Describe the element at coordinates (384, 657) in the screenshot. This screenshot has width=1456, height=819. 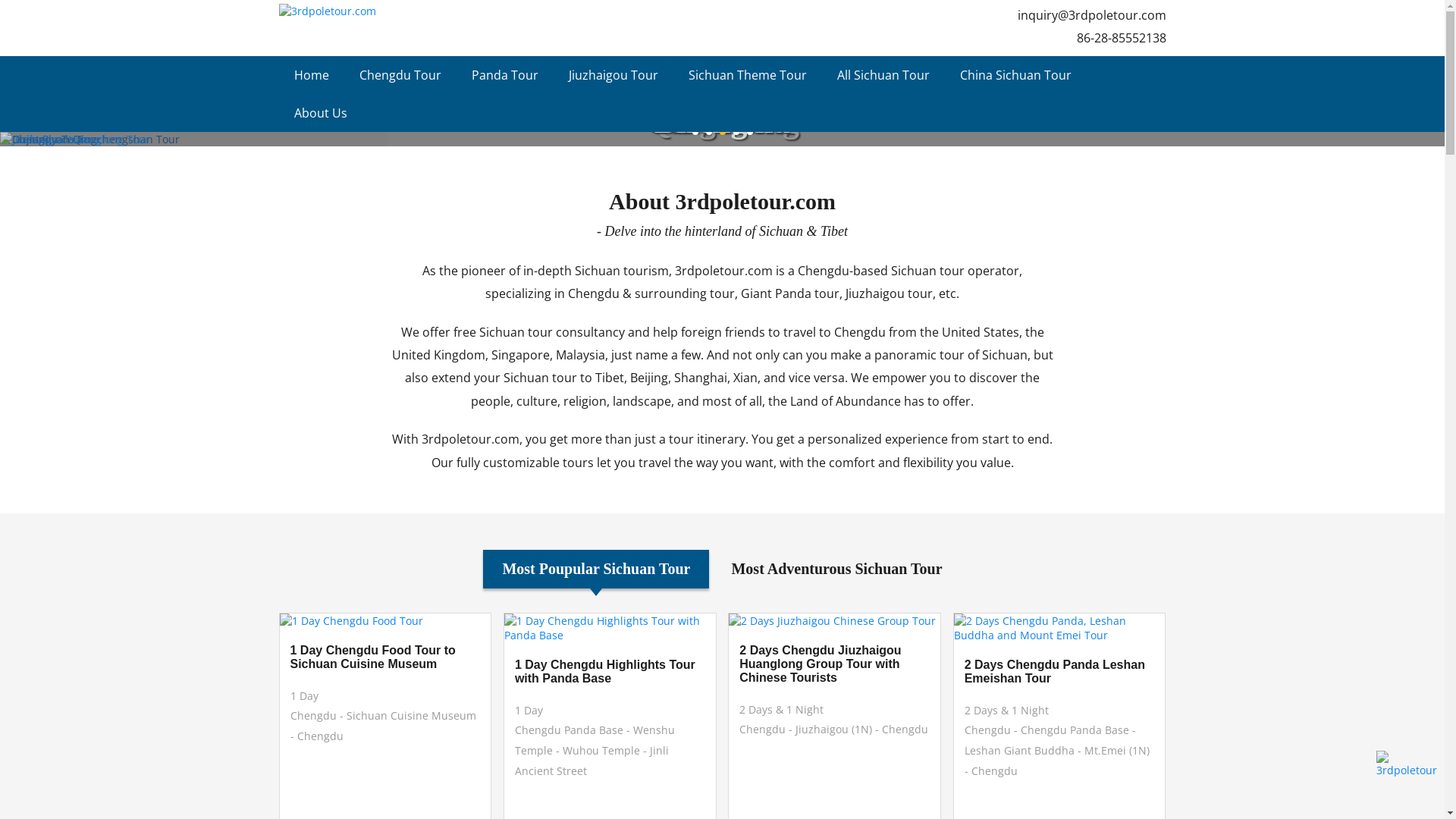
I see `'1 Day Chengdu Food Tour to Sichuan Cuisine Museum'` at that location.